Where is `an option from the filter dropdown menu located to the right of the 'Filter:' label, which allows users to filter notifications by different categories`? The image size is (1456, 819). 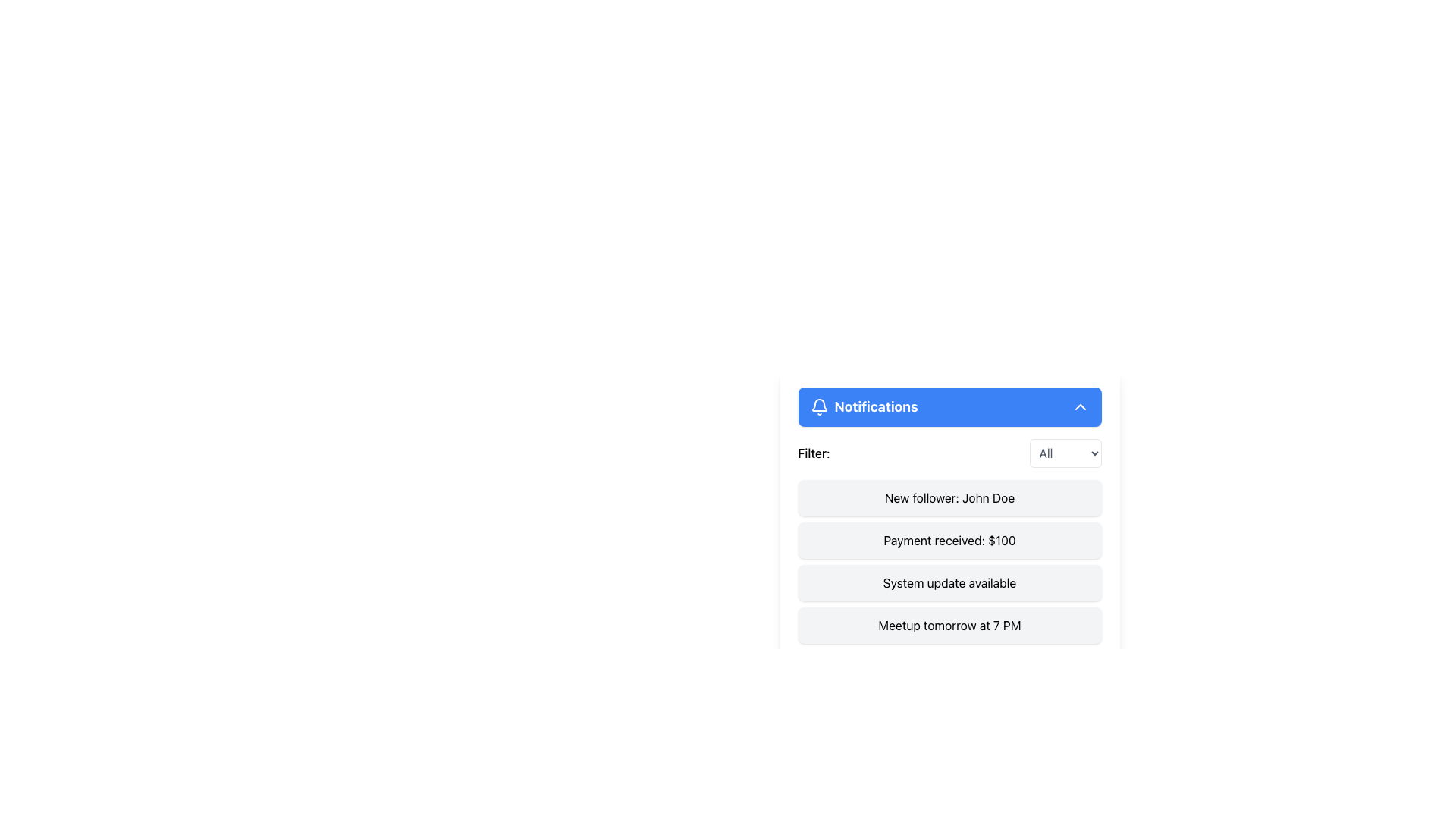 an option from the filter dropdown menu located to the right of the 'Filter:' label, which allows users to filter notifications by different categories is located at coordinates (1065, 452).